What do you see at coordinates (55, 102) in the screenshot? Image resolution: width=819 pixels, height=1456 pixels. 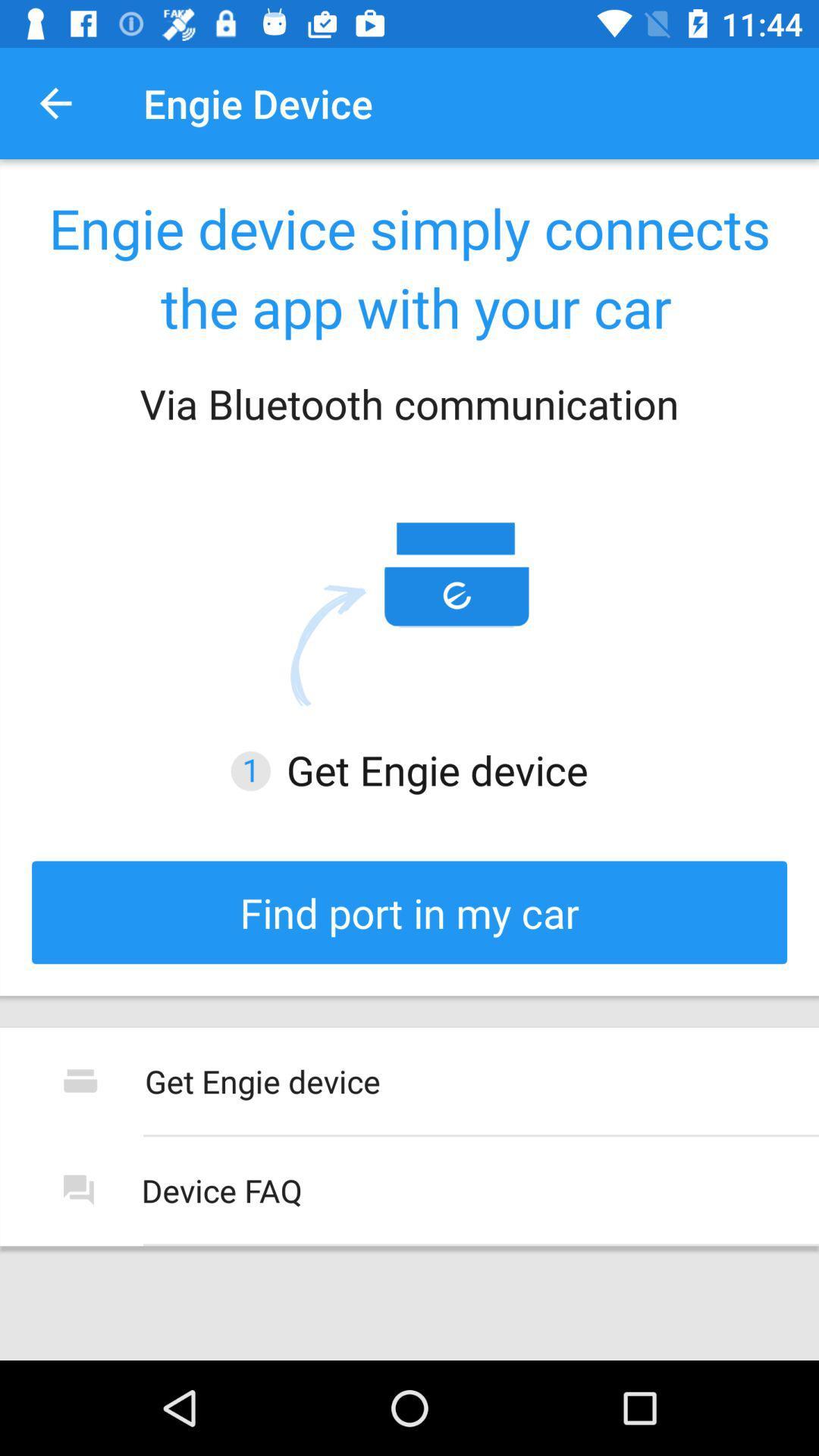 I see `the item next to the engie device icon` at bounding box center [55, 102].